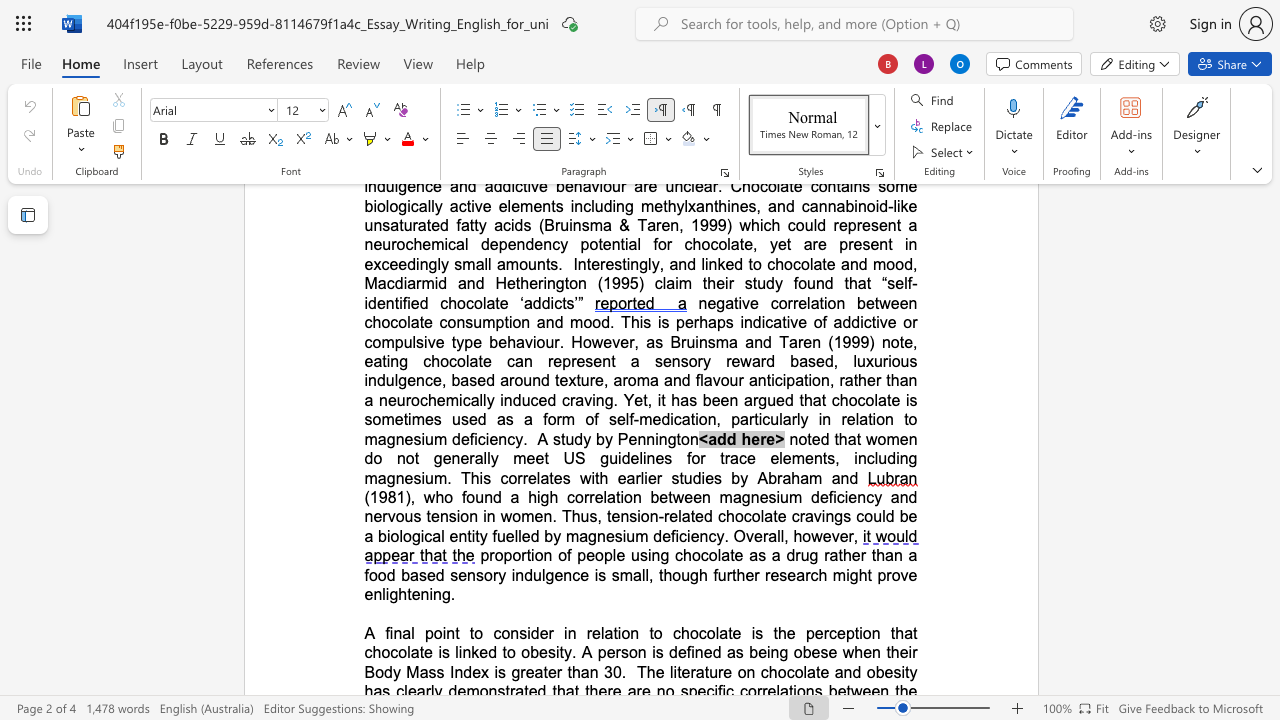  I want to click on the space between the continuous character "d" and "d" in the text, so click(725, 438).